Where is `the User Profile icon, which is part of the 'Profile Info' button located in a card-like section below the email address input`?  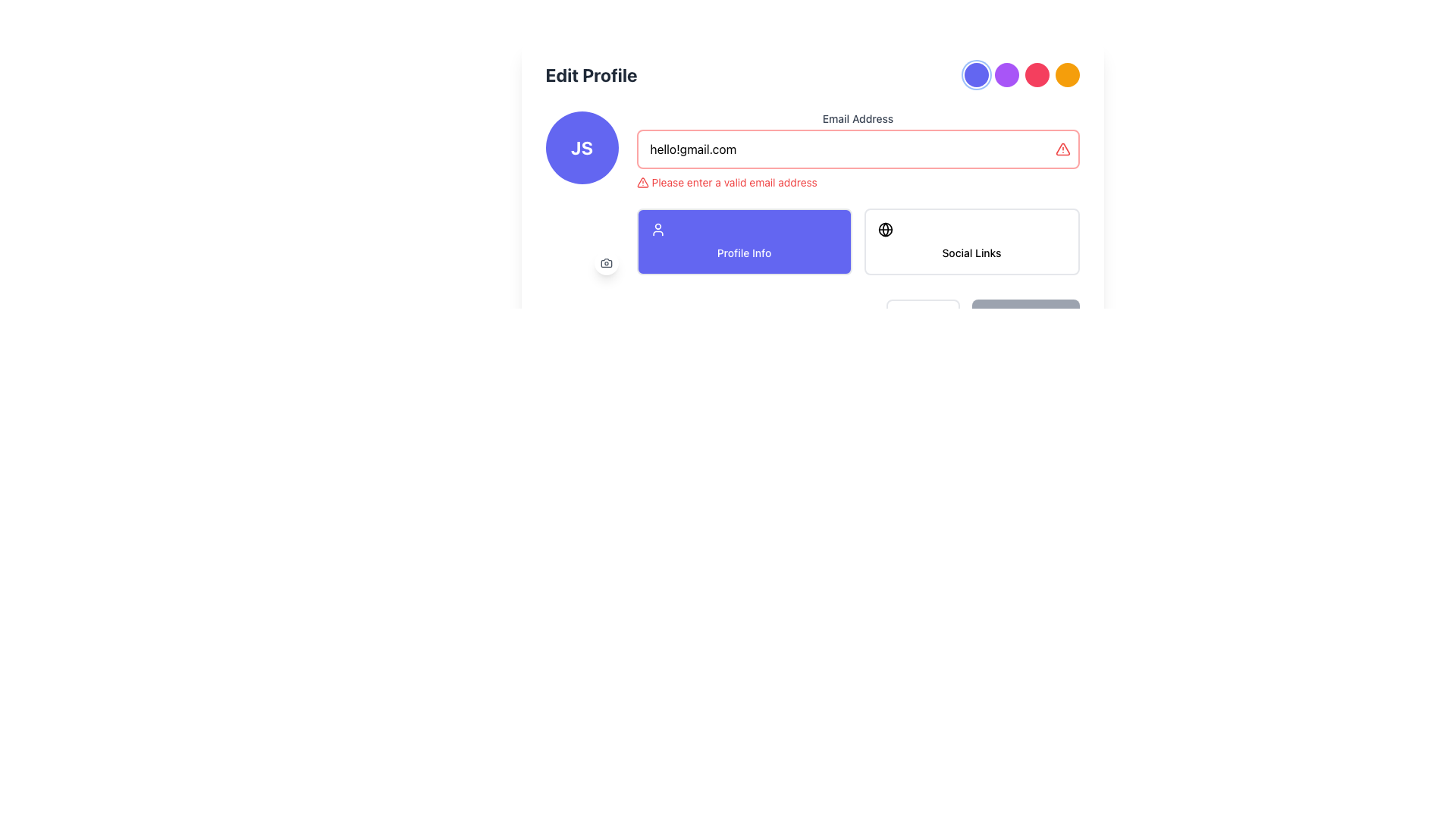 the User Profile icon, which is part of the 'Profile Info' button located in a card-like section below the email address input is located at coordinates (657, 230).